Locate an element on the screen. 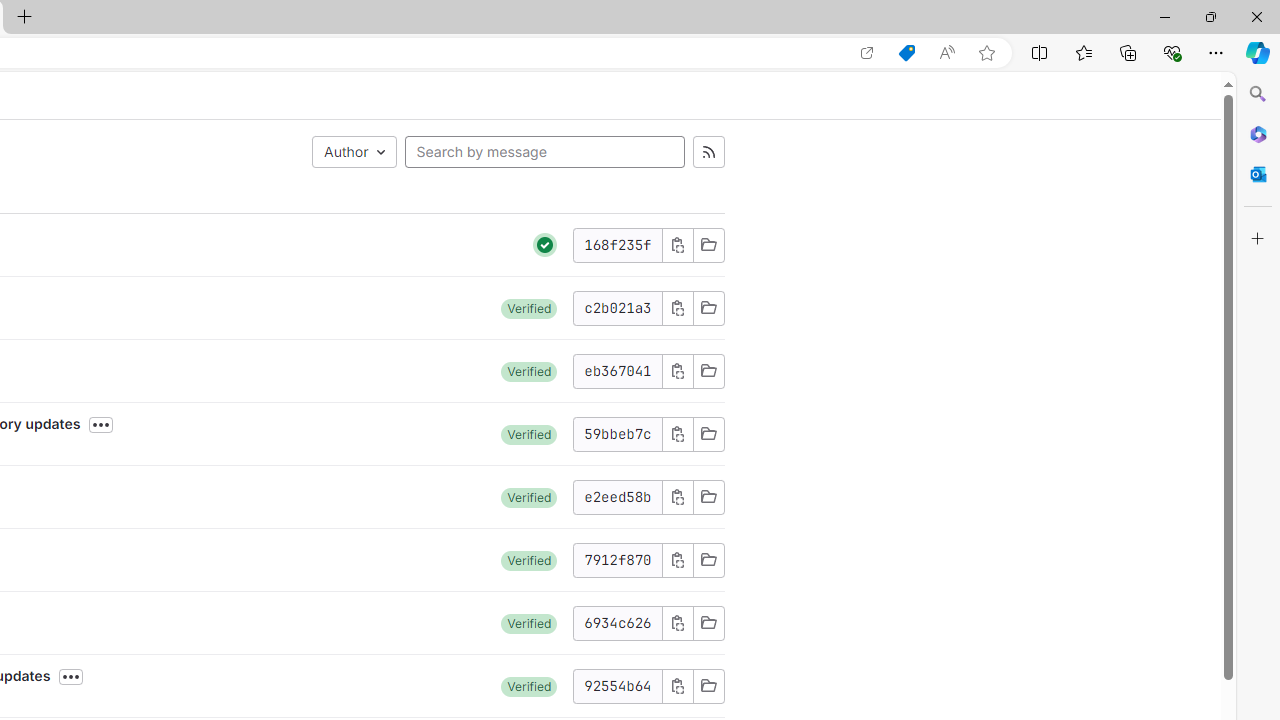  'Microsoft 365' is located at coordinates (1257, 133).